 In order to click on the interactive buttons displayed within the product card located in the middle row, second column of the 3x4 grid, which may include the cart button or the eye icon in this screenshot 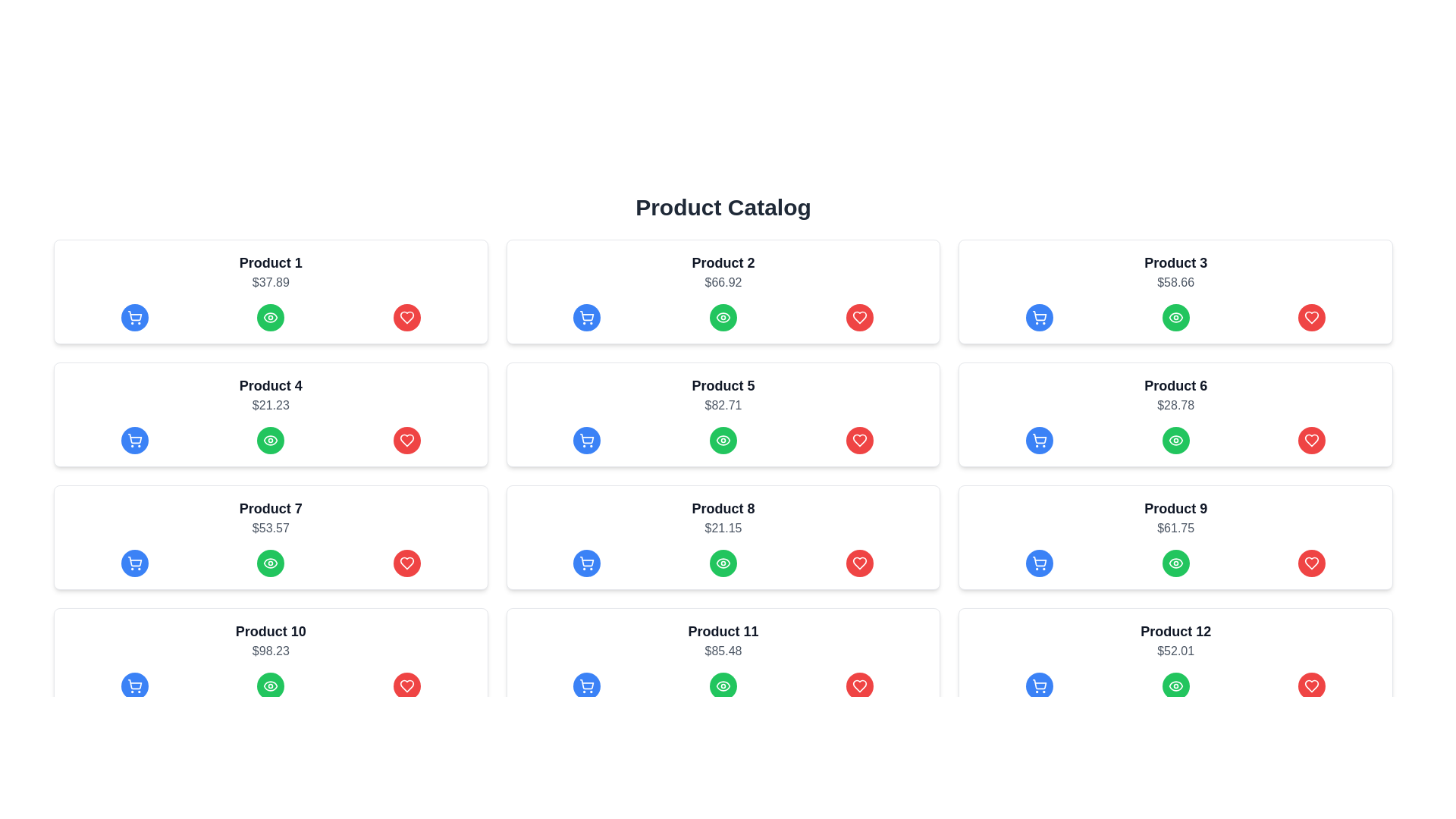, I will do `click(723, 537)`.